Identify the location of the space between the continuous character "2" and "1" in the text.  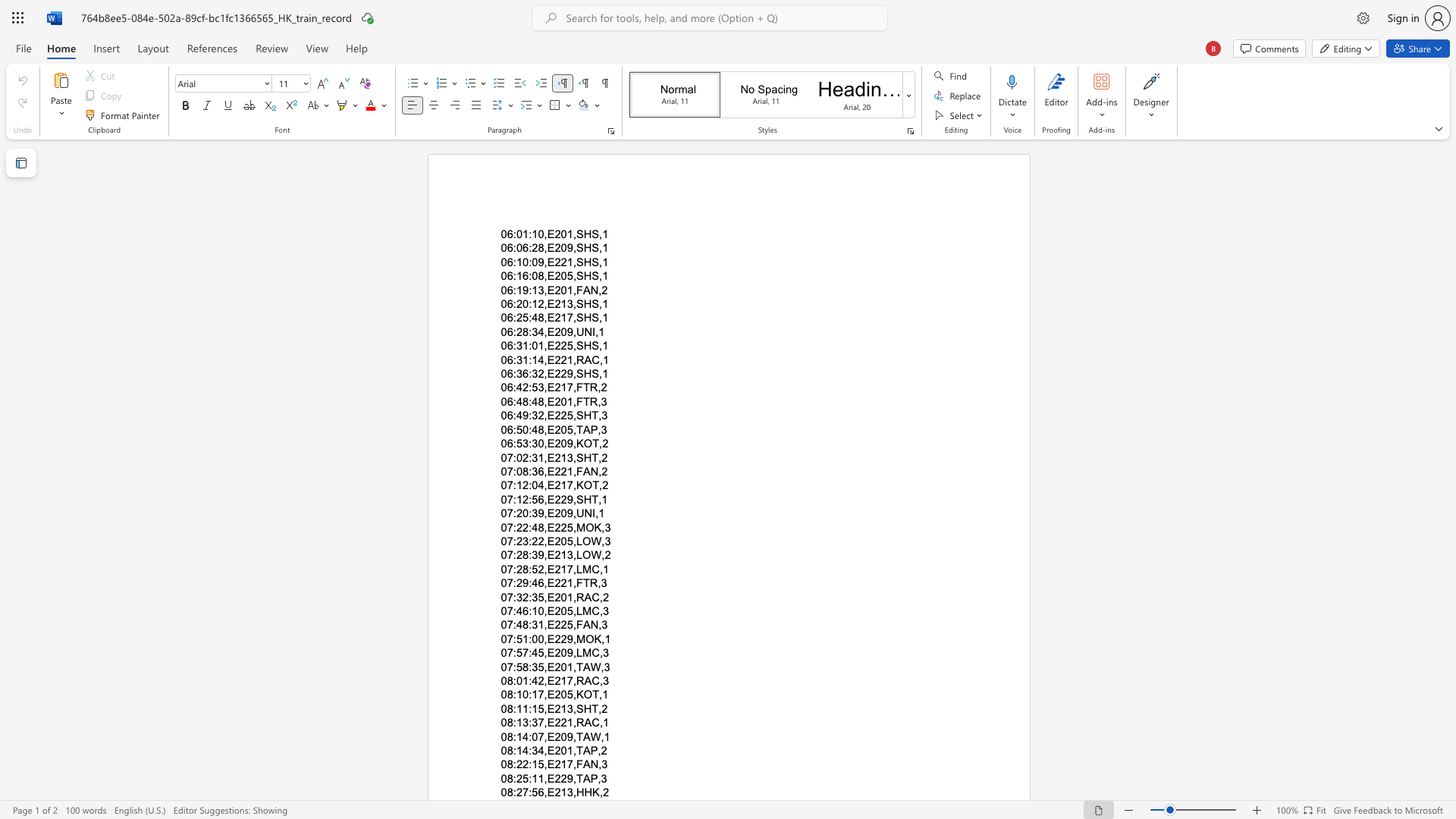
(560, 457).